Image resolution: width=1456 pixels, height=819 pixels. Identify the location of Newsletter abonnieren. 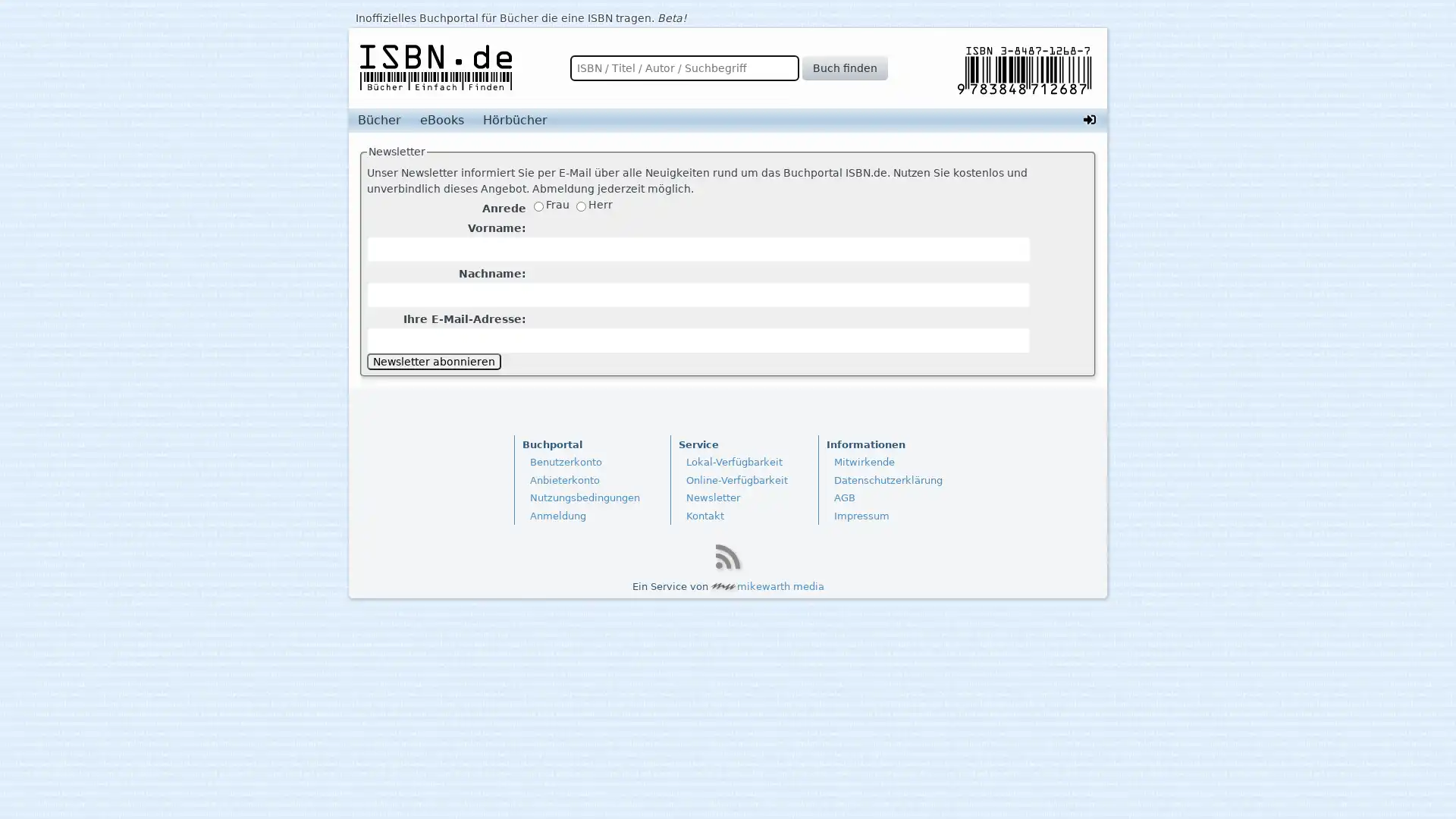
(433, 362).